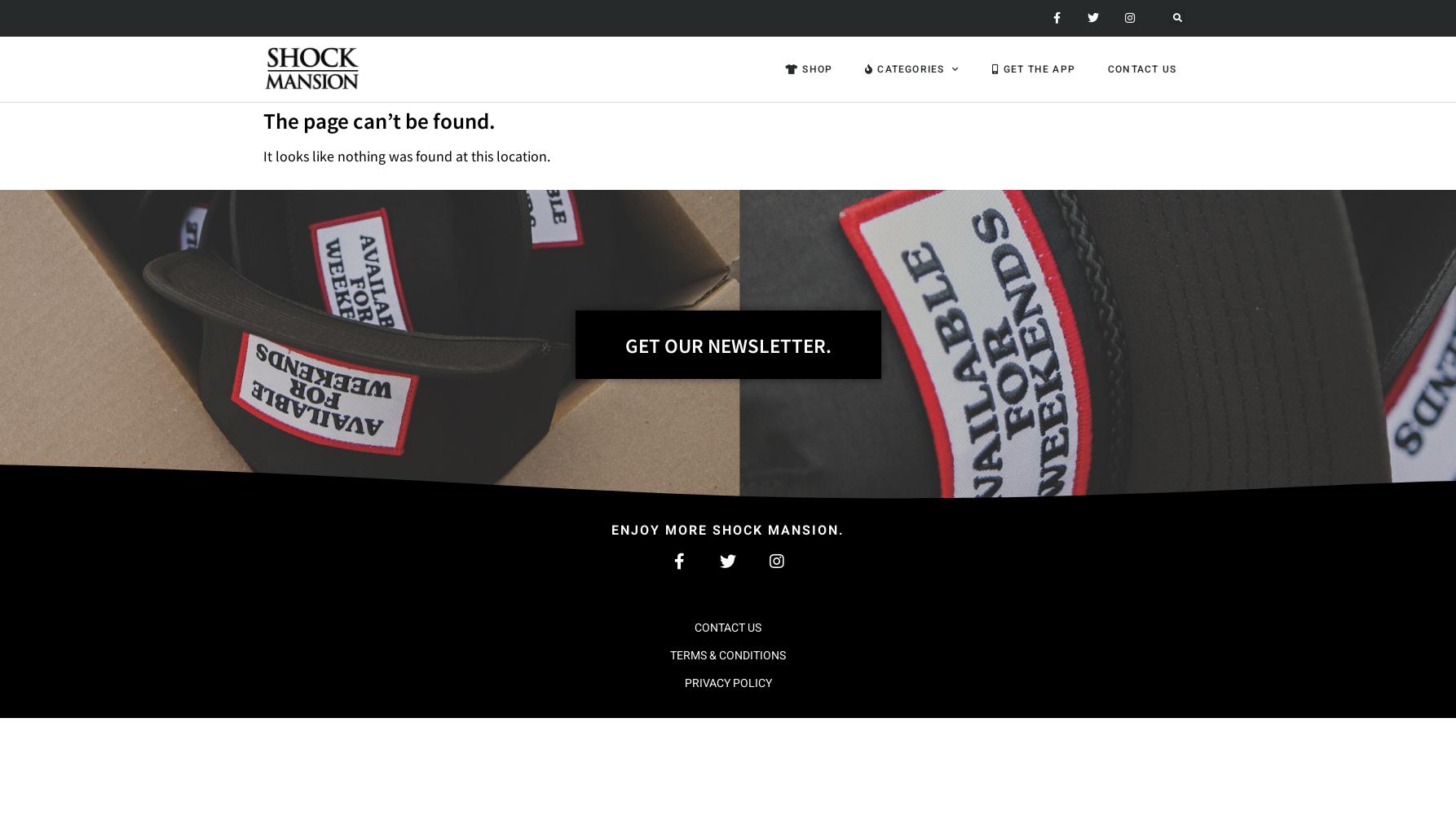 The width and height of the screenshot is (1456, 815). I want to click on 'Shop', so click(817, 68).